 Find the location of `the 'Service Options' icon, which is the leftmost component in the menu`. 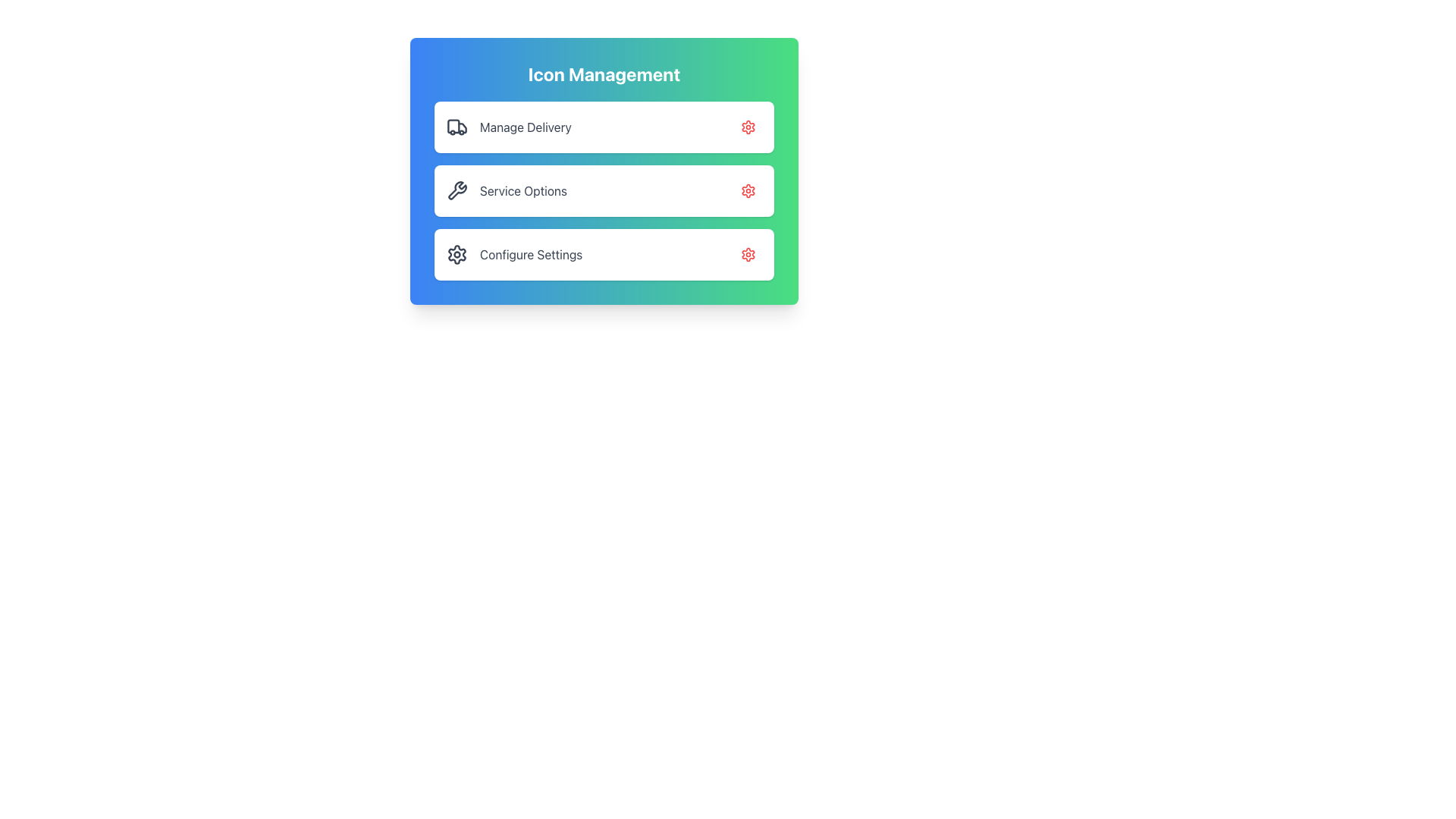

the 'Service Options' icon, which is the leftmost component in the menu is located at coordinates (457, 190).